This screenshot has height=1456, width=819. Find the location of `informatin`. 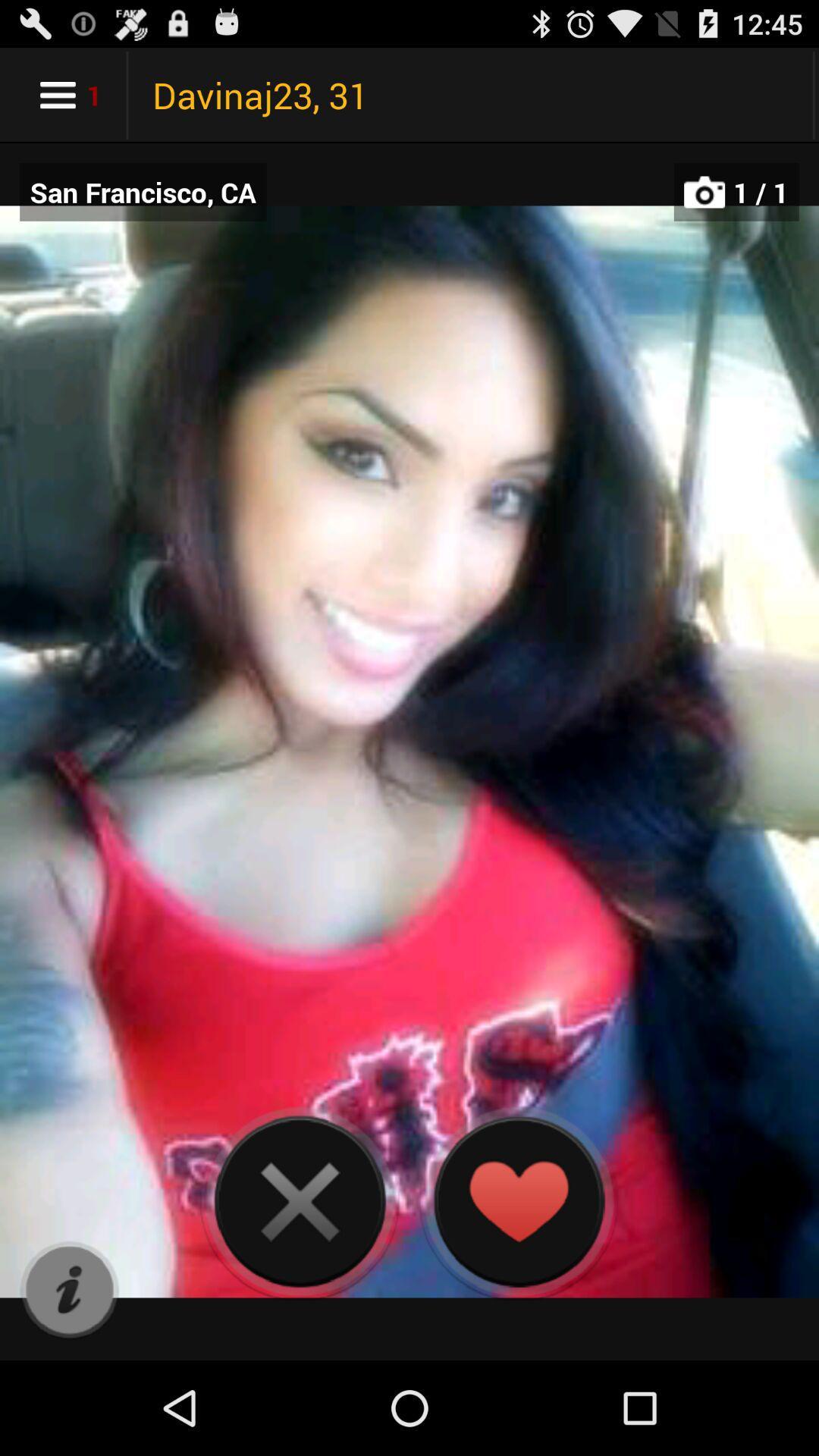

informatin is located at coordinates (69, 1290).